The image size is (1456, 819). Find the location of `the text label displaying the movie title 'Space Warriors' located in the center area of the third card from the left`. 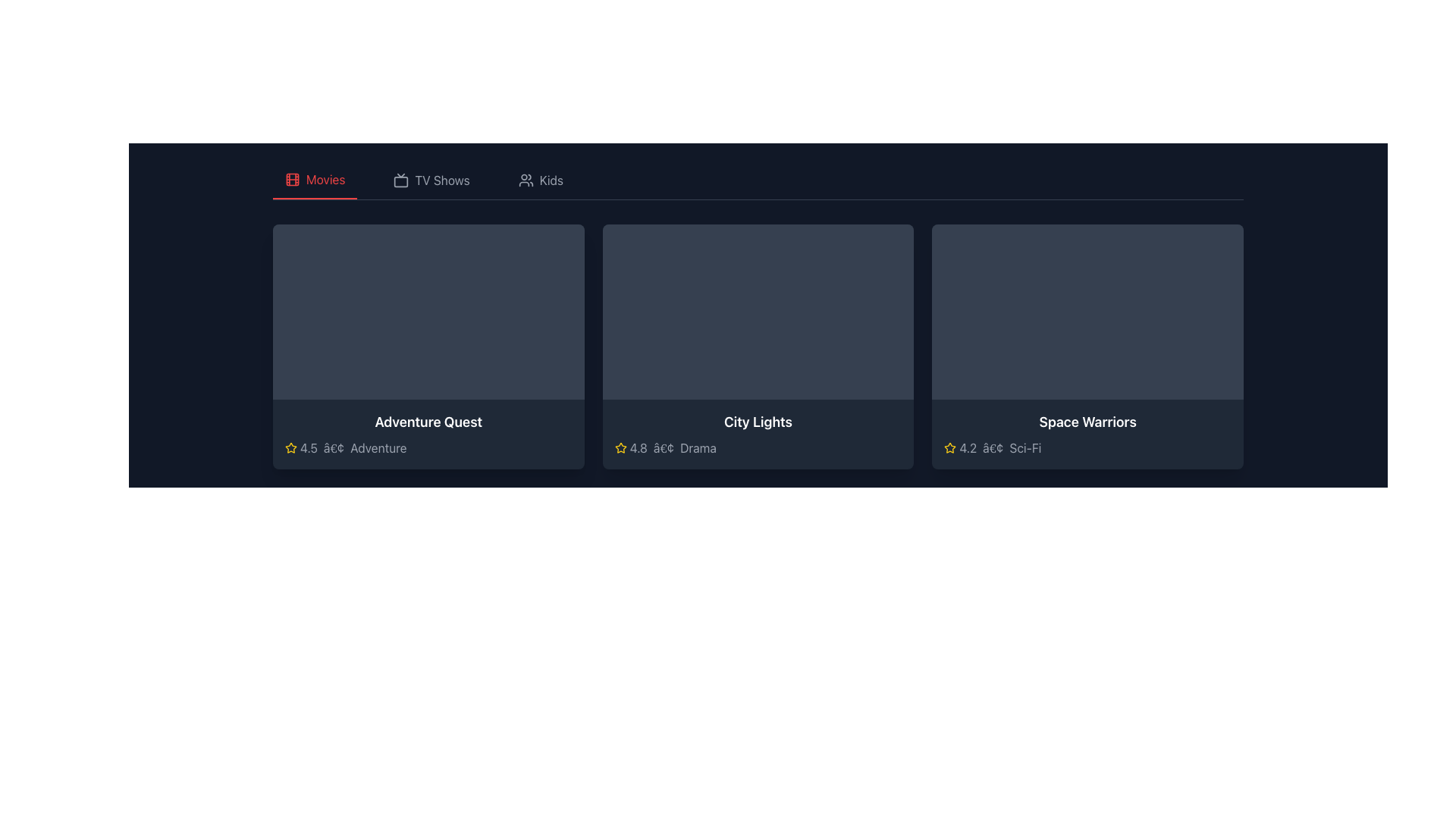

the text label displaying the movie title 'Space Warriors' located in the center area of the third card from the left is located at coordinates (1087, 422).